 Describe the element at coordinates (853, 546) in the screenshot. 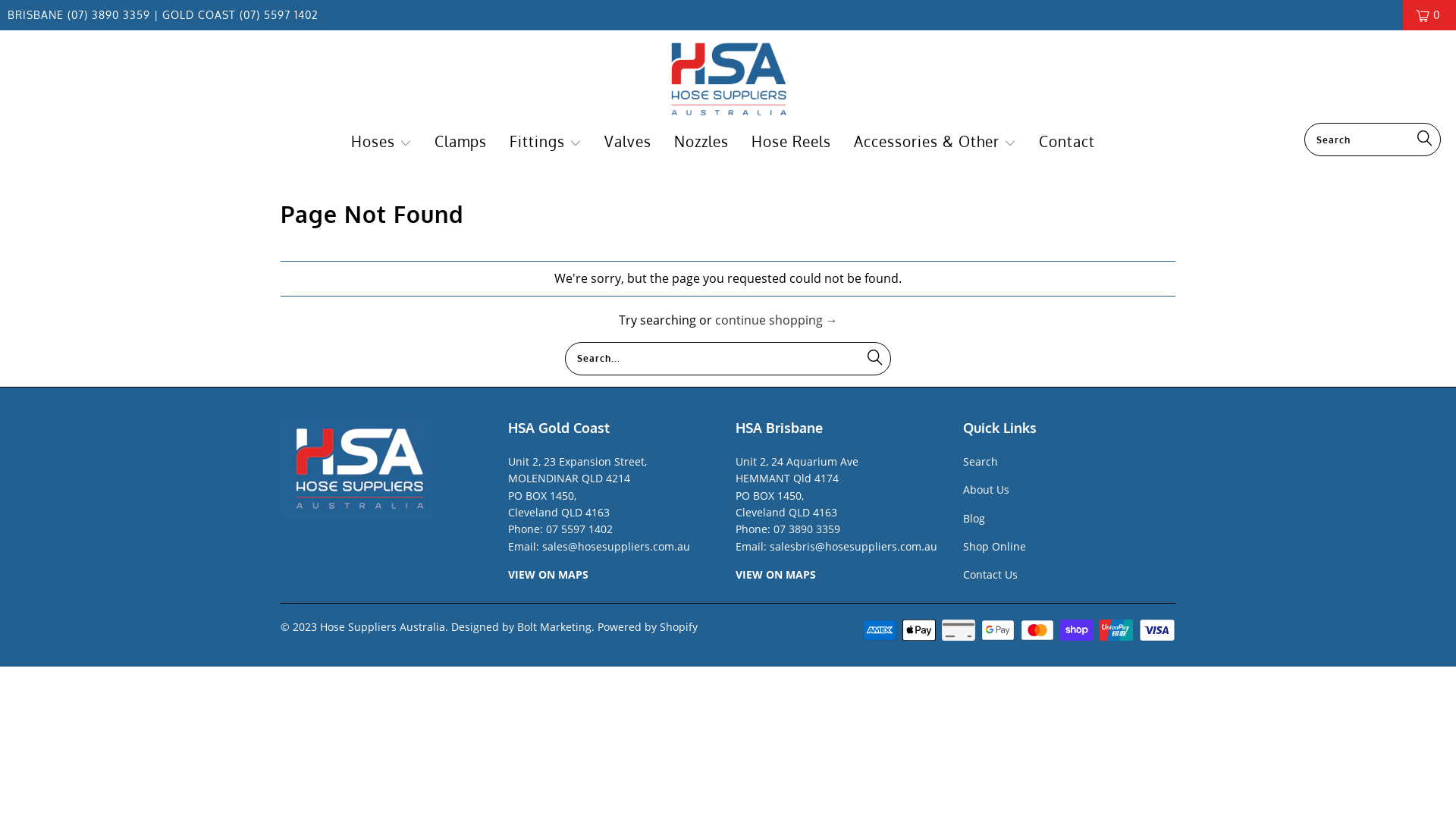

I see `'salesbris@hosesuppliers.com.au'` at that location.